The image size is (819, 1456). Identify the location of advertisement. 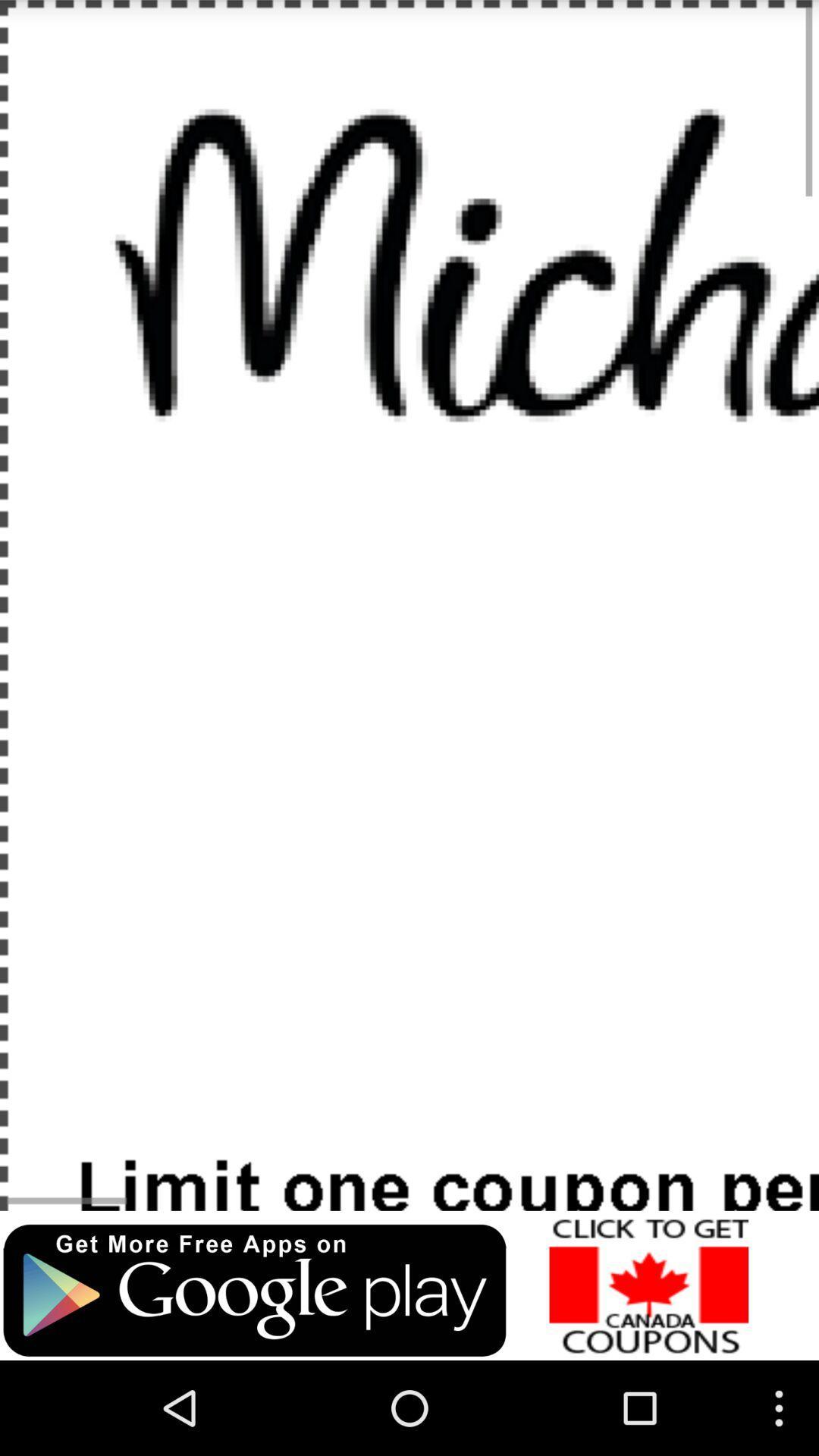
(253, 1290).